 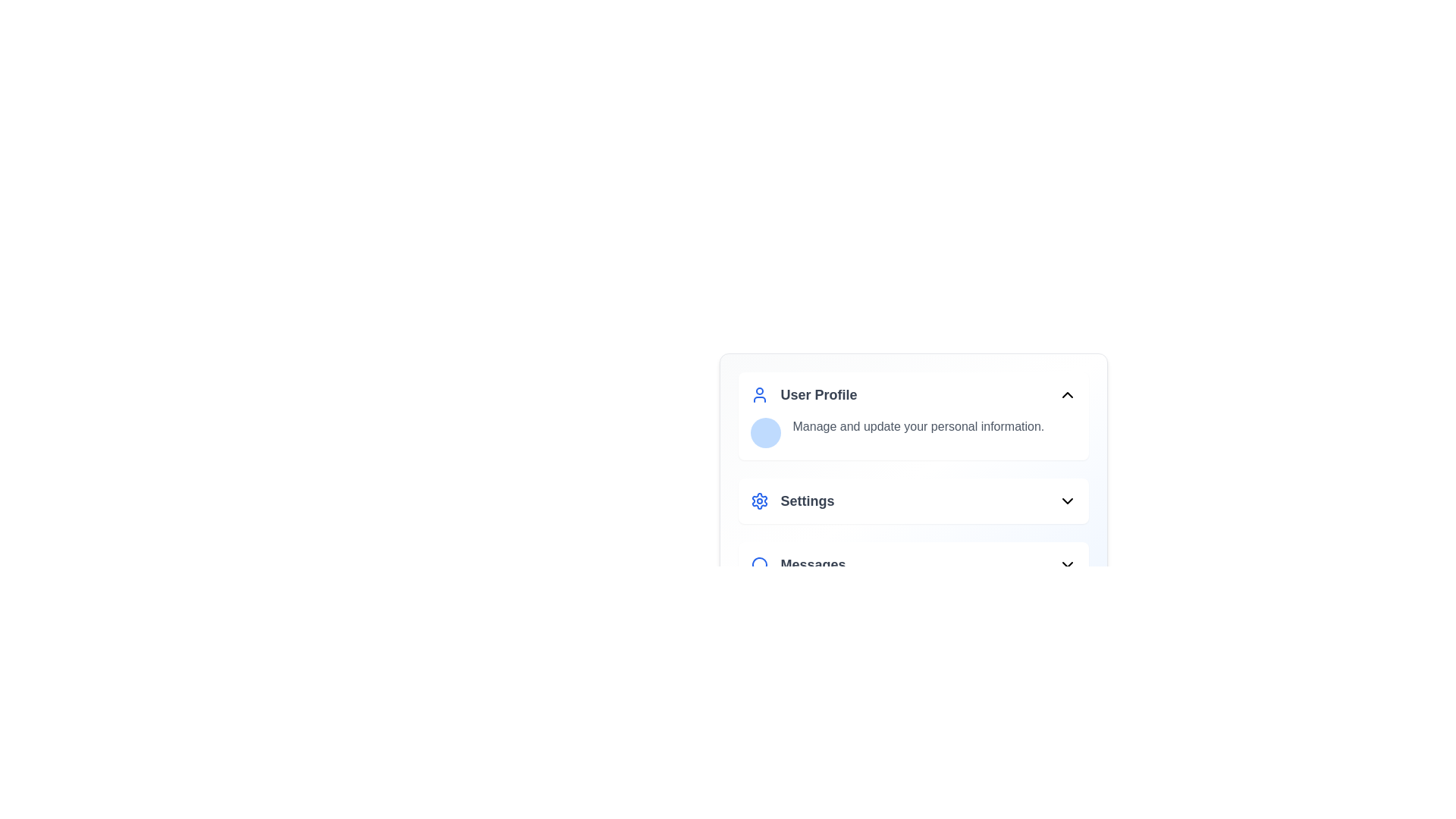 I want to click on the blue gear icon that symbolizes settings, located to the left of the 'Settings' text, so click(x=759, y=500).